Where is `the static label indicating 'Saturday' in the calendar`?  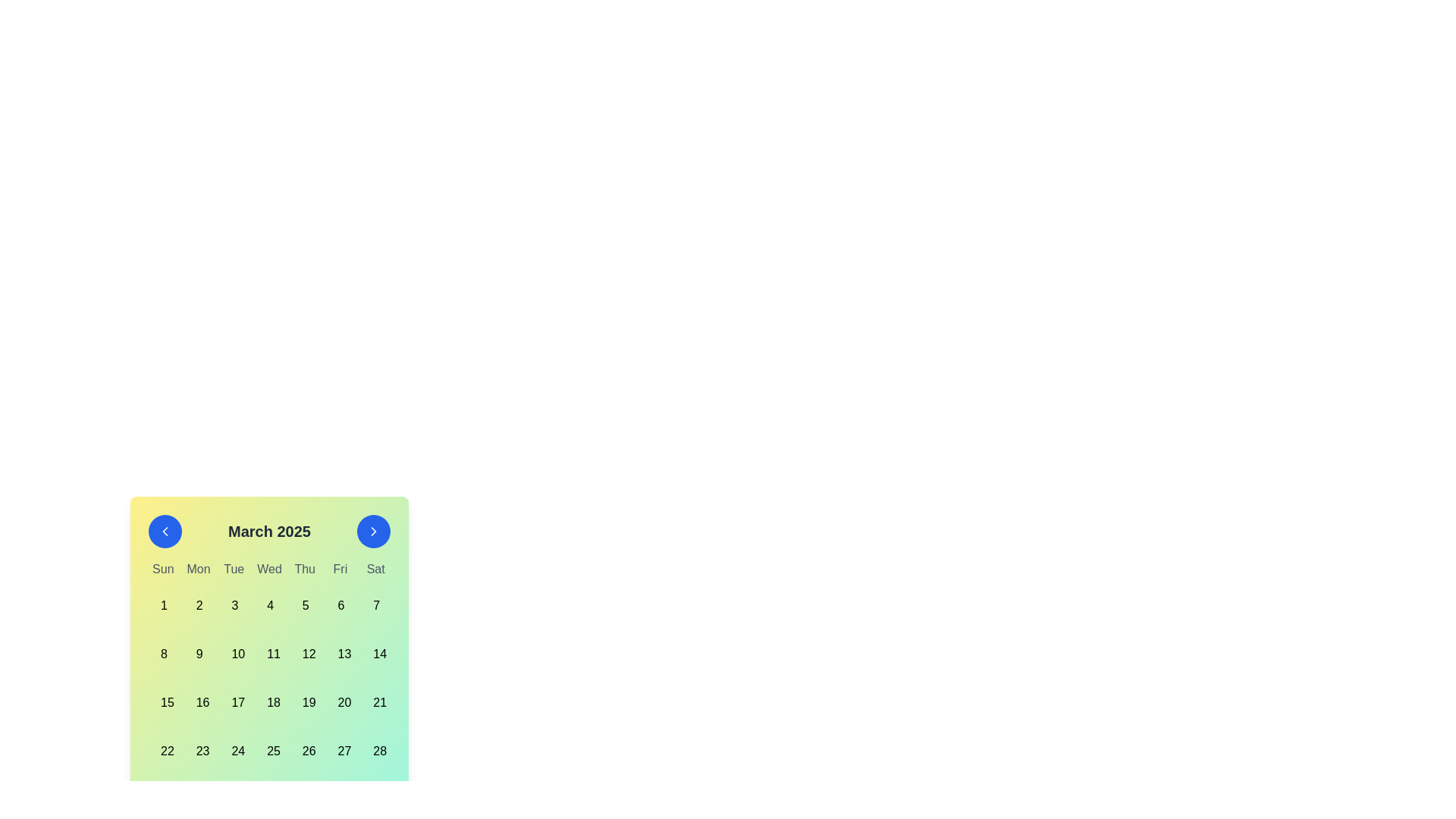 the static label indicating 'Saturday' in the calendar is located at coordinates (375, 570).